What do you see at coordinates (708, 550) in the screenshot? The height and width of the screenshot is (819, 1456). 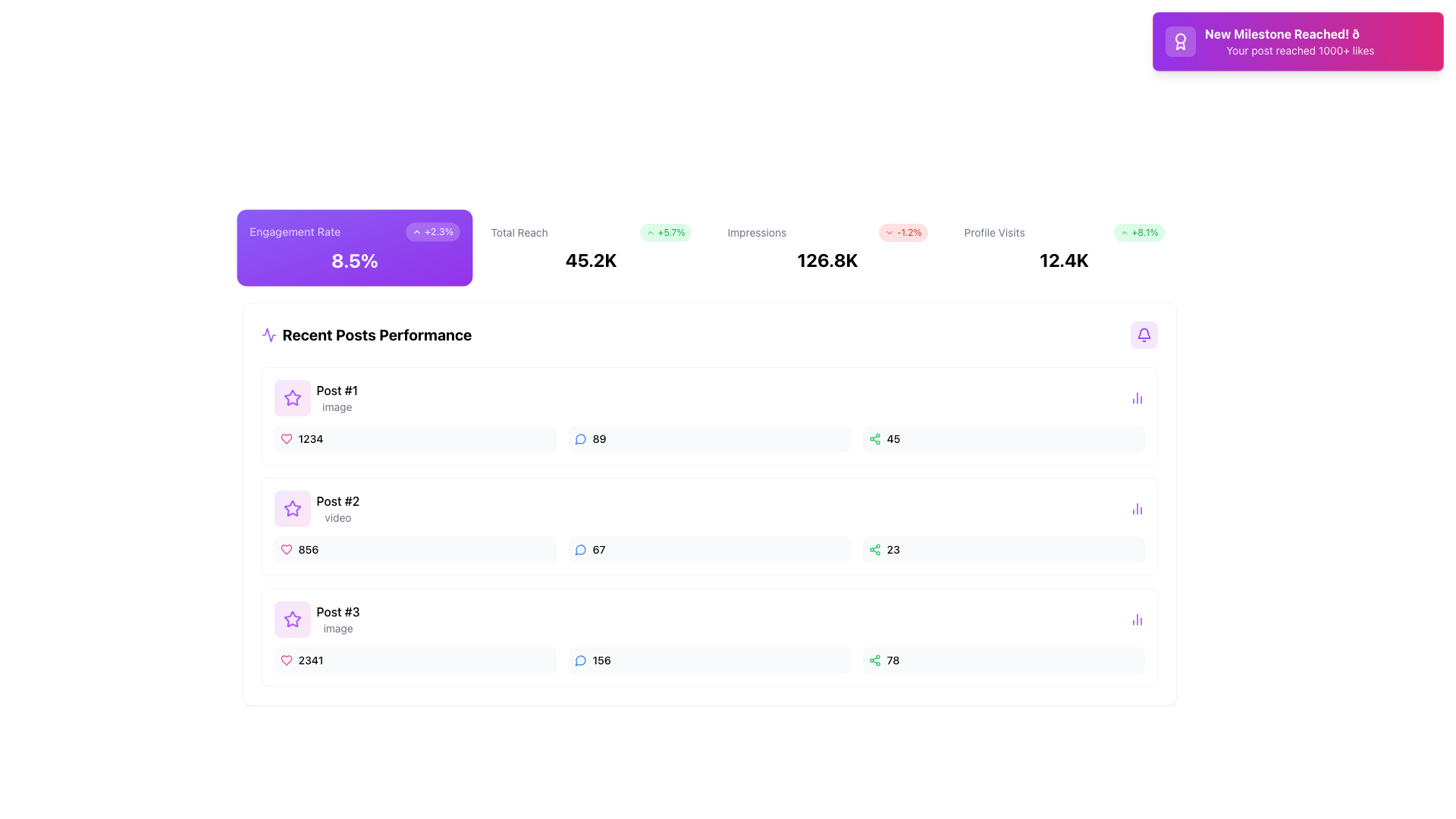 I see `the Interactive count display for 'Post #2'` at bounding box center [708, 550].